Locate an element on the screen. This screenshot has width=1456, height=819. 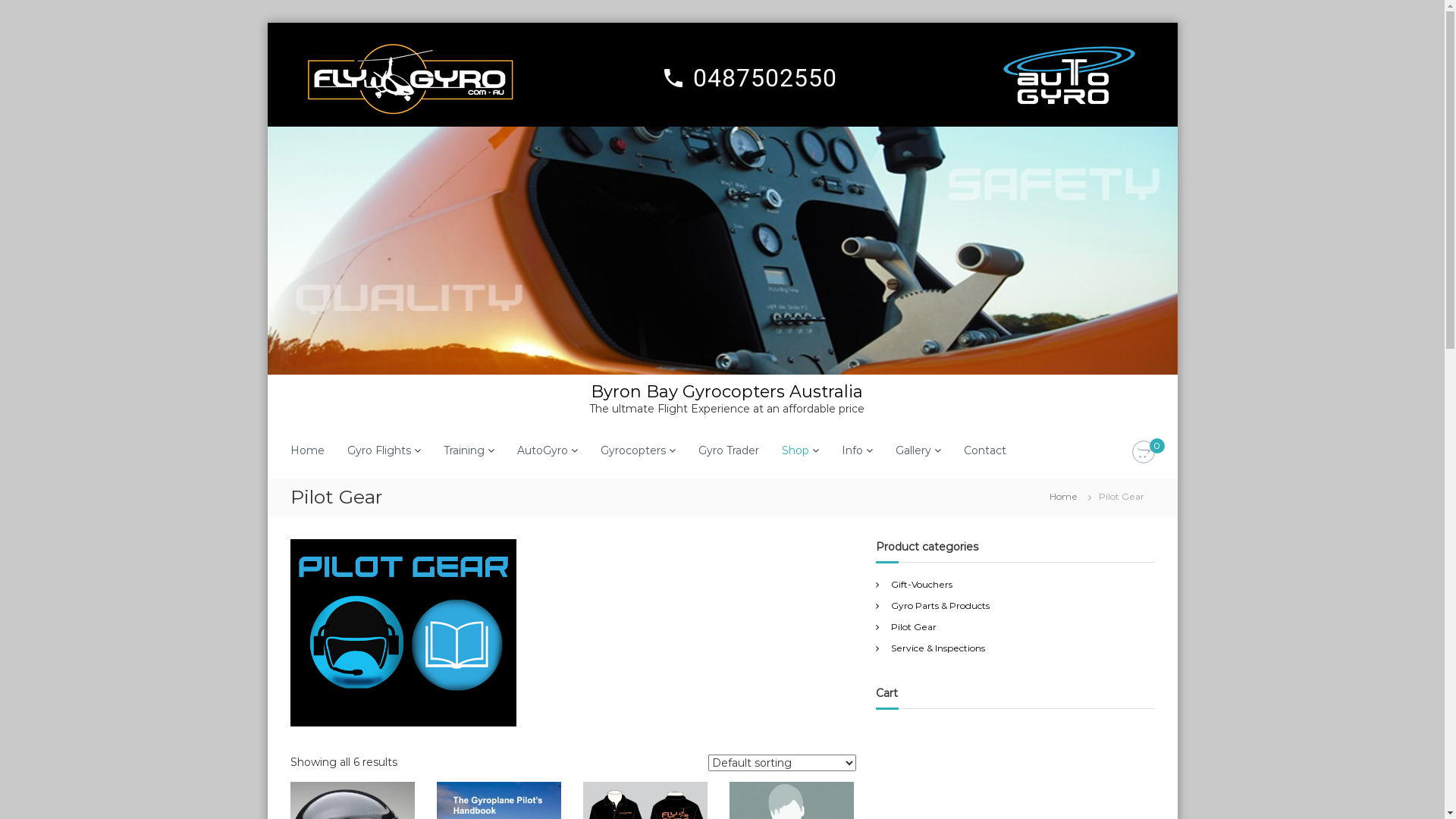
'Home' is located at coordinates (306, 450).